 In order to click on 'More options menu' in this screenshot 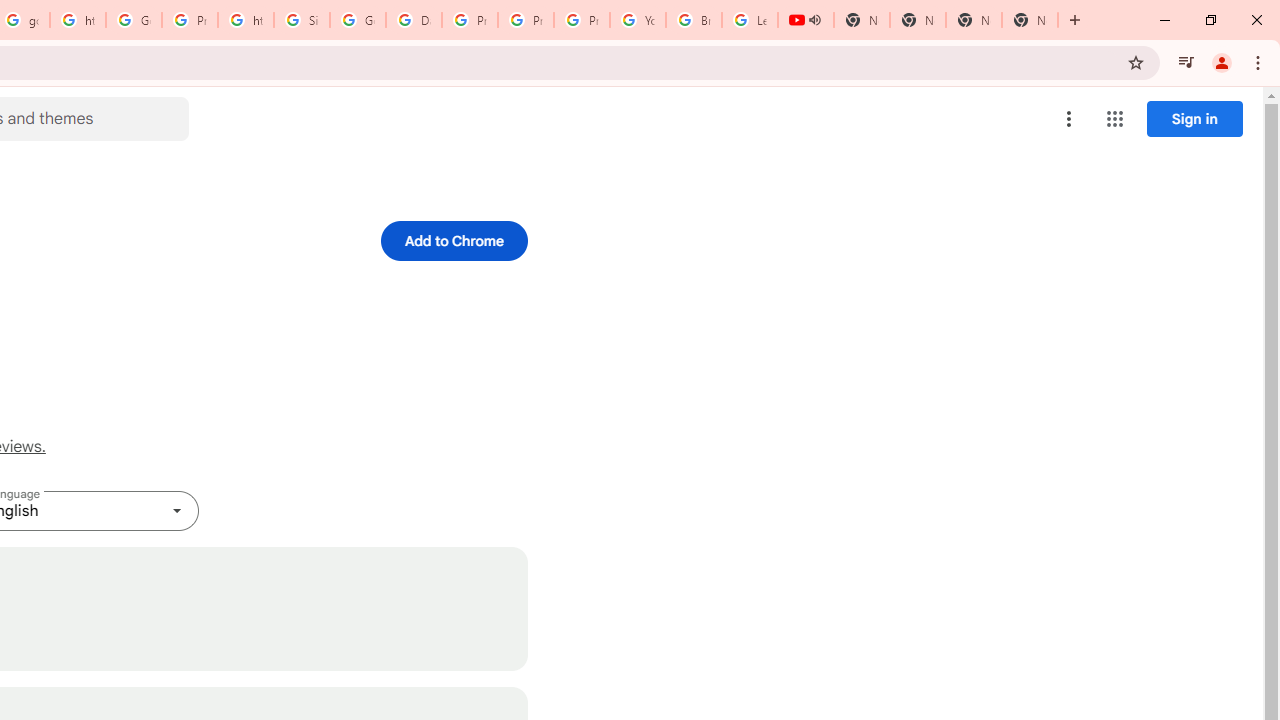, I will do `click(1068, 119)`.